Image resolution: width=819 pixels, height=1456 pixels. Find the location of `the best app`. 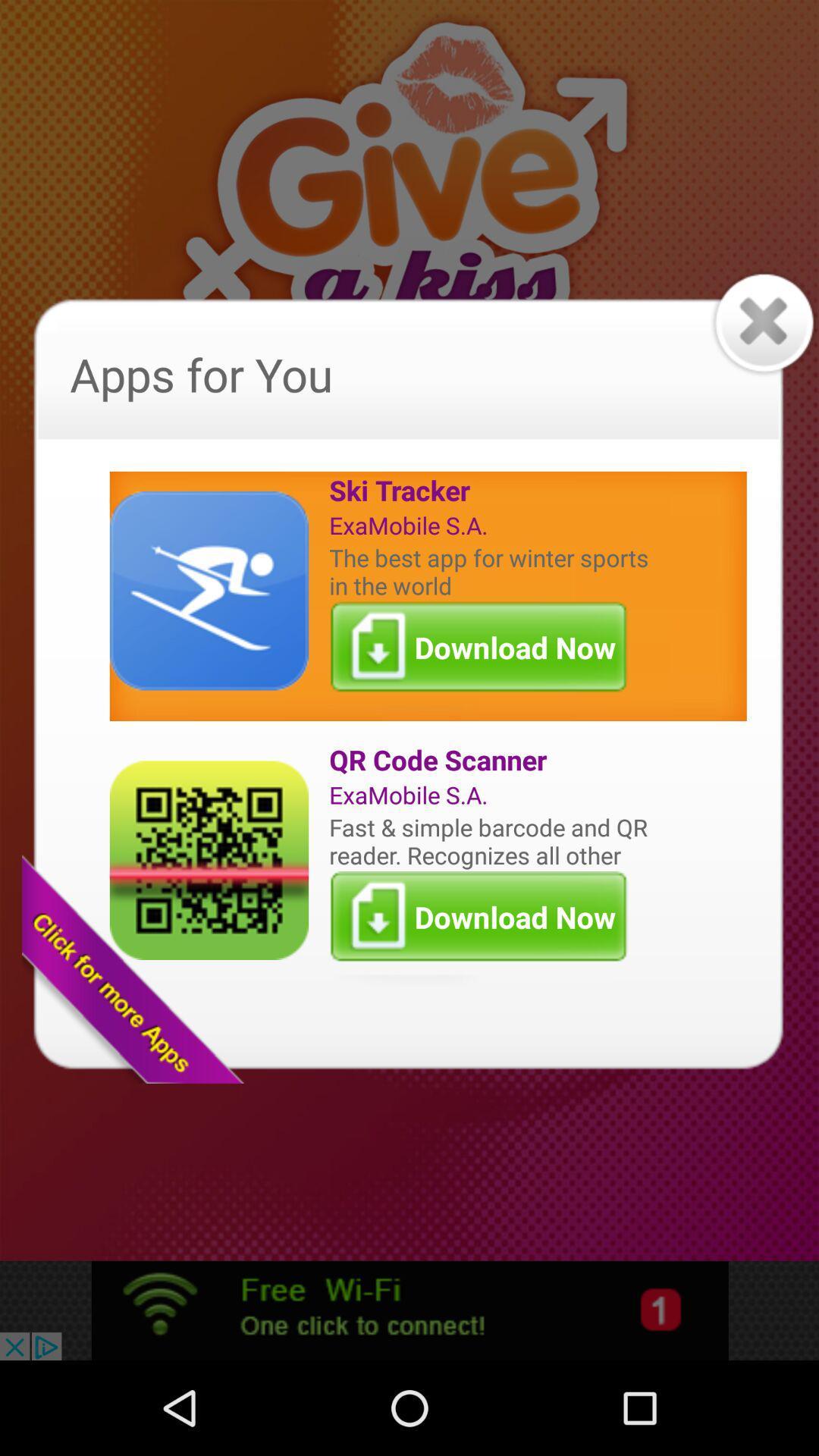

the best app is located at coordinates (492, 570).